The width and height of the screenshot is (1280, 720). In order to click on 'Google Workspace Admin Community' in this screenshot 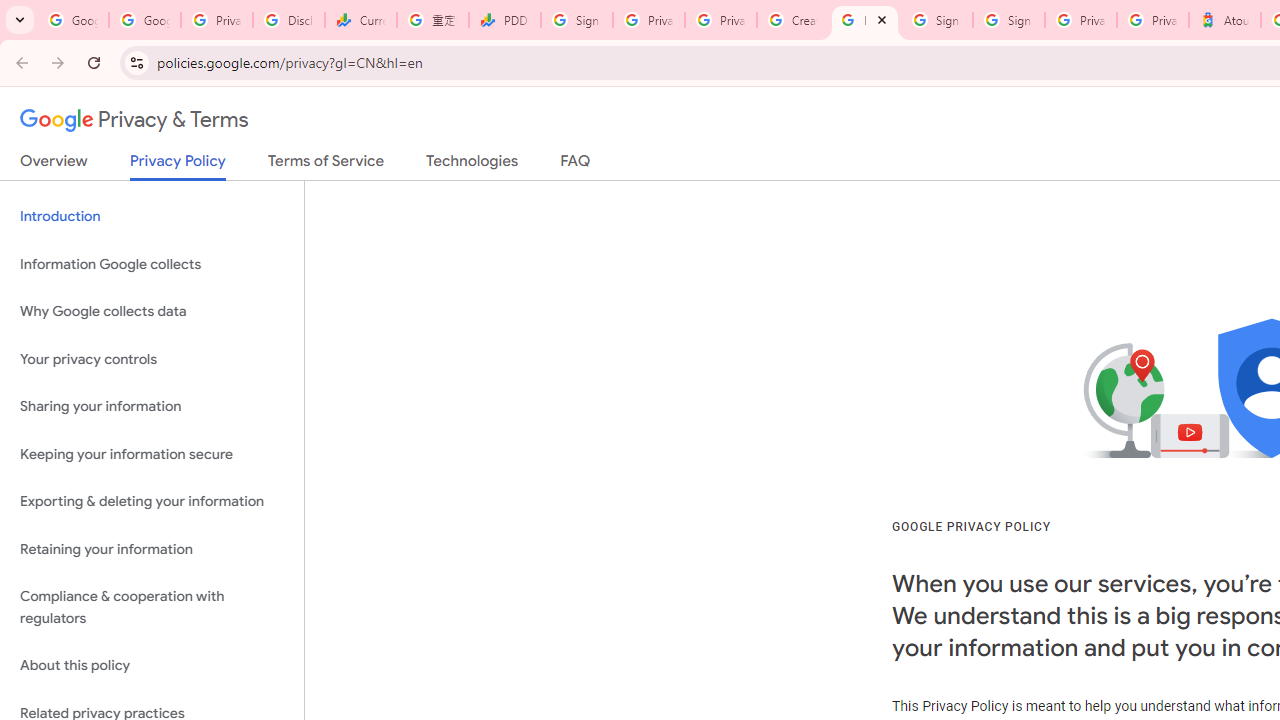, I will do `click(72, 20)`.